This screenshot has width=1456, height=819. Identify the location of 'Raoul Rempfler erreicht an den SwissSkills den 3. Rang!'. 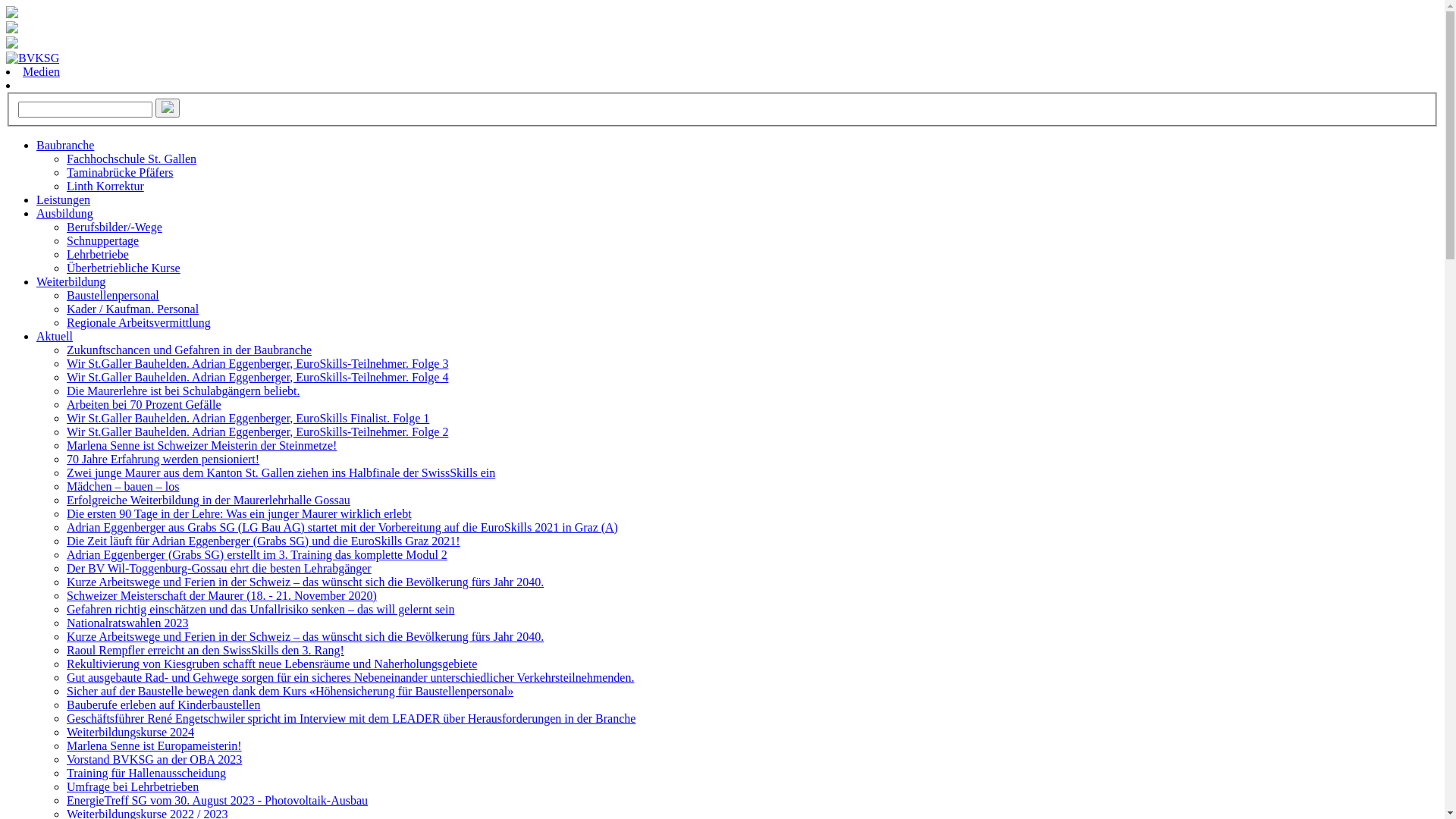
(204, 649).